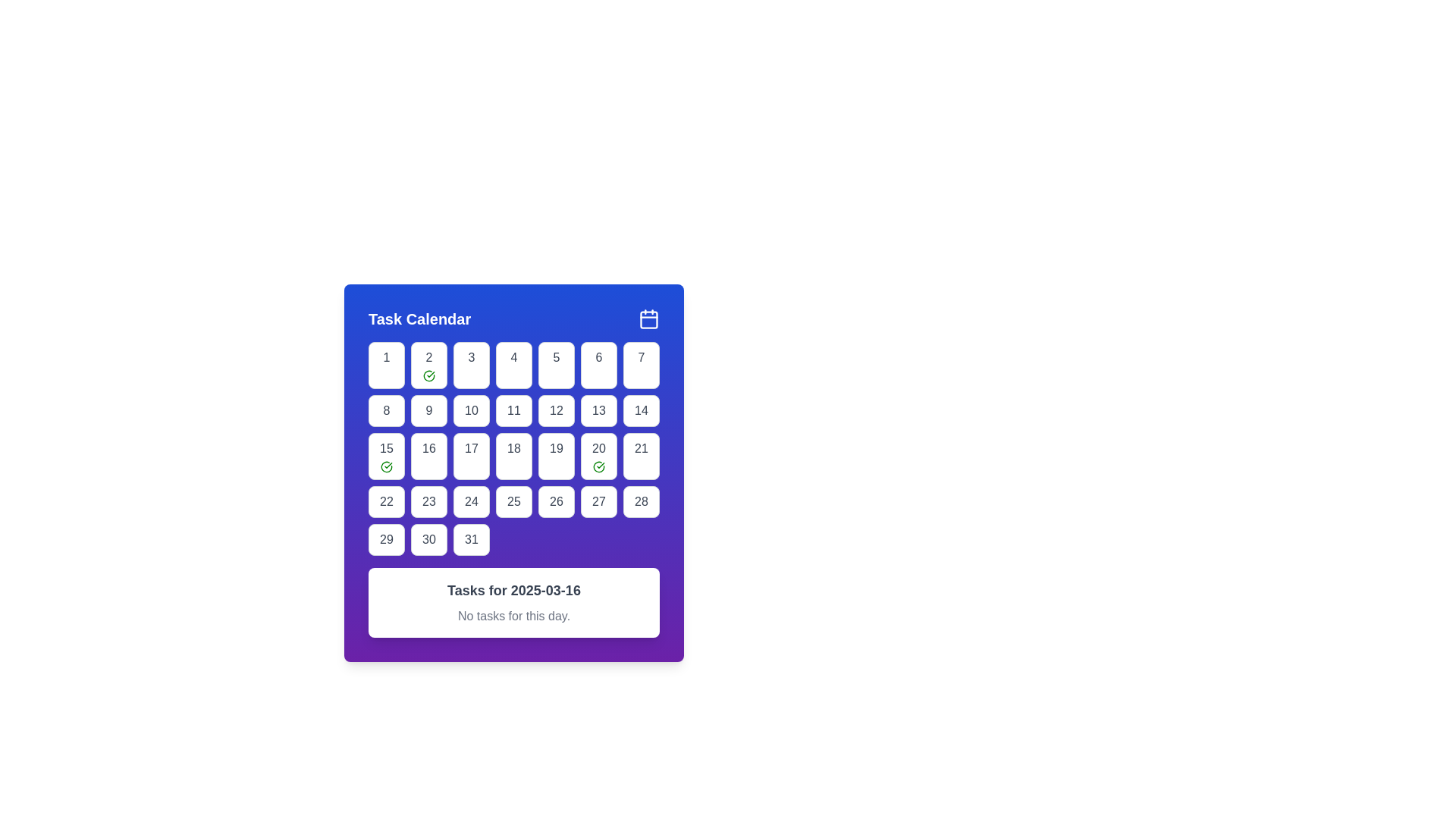 The height and width of the screenshot is (819, 1456). I want to click on the button representing the 19th day in the calendar interface located in the 5th row and 5th column of the grid layout, so click(556, 455).